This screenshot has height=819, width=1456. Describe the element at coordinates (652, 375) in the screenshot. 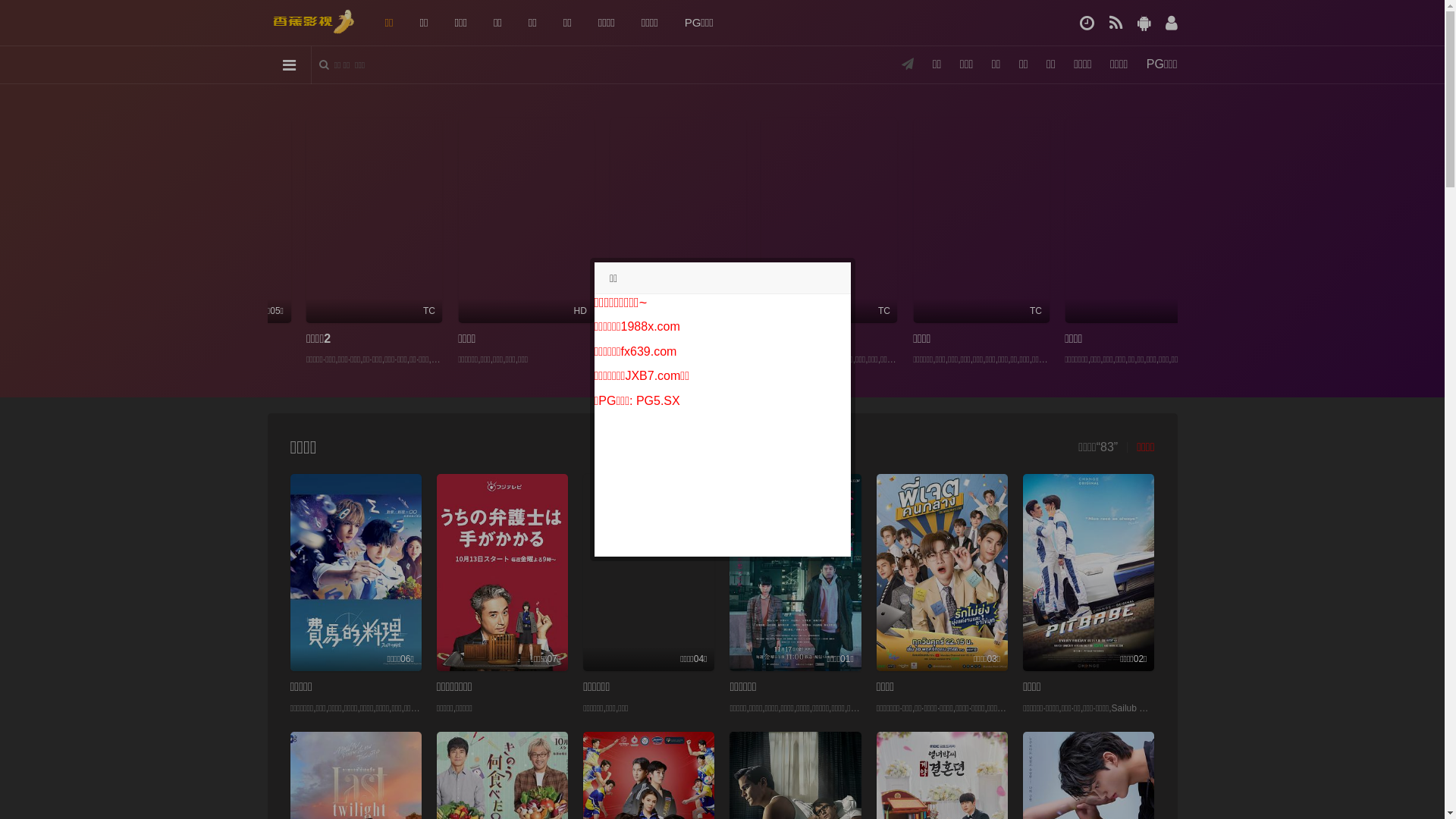

I see `'JXB7.com'` at that location.